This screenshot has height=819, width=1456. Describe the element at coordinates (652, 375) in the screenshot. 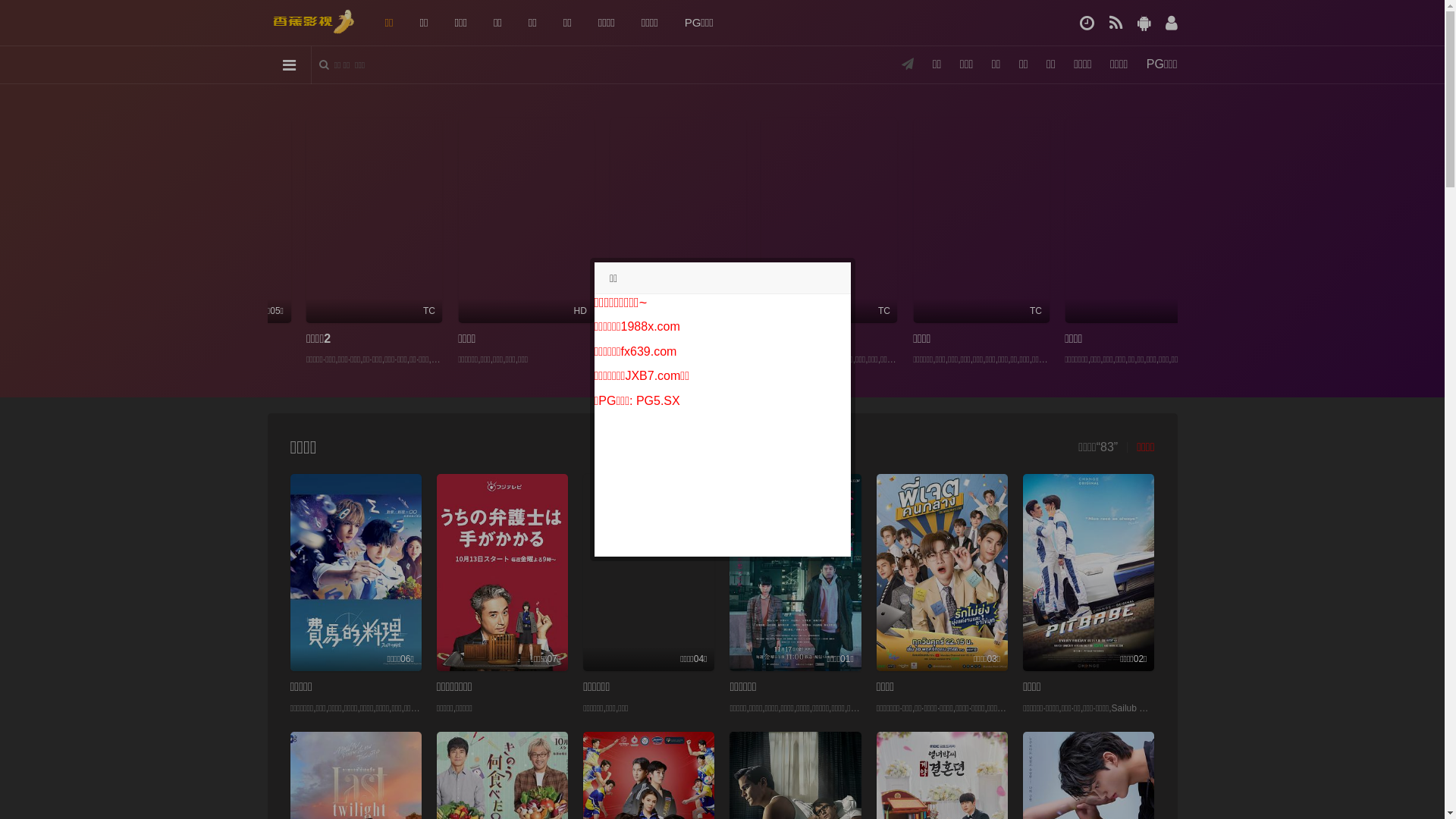

I see `'JXB7.com'` at that location.